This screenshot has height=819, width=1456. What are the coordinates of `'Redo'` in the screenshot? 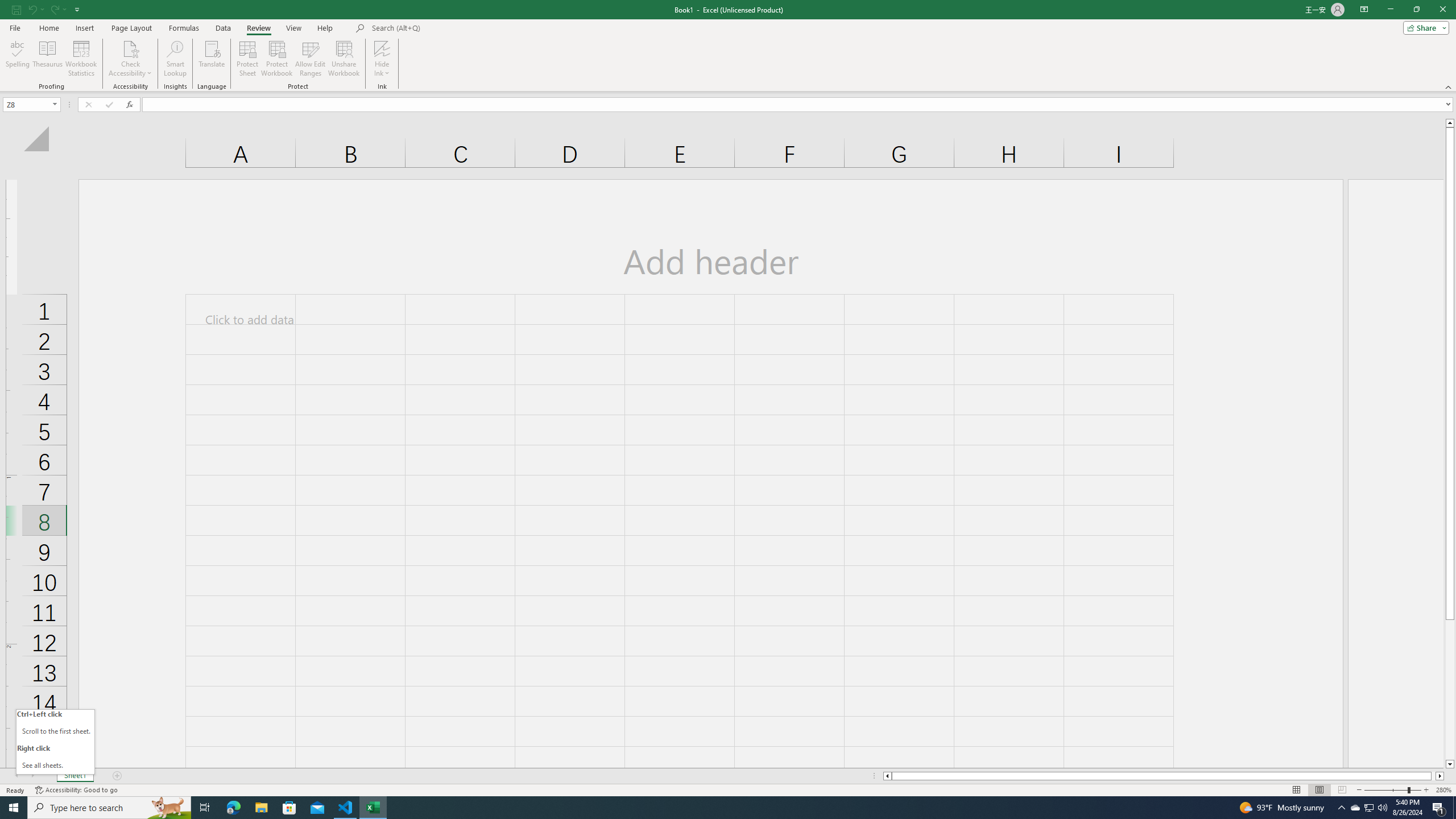 It's located at (53, 9).